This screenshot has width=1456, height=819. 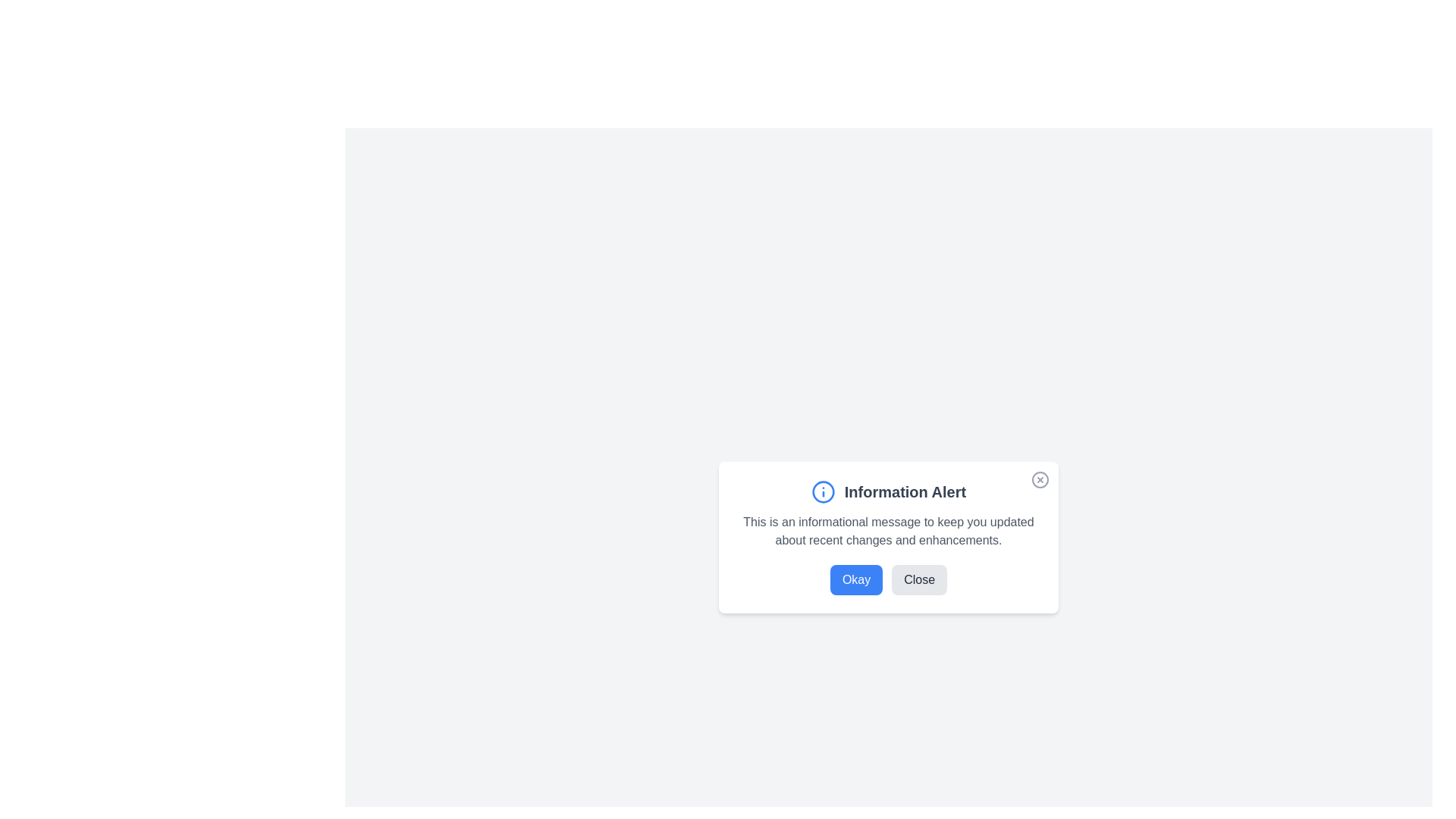 I want to click on the circular button with an 'X' icon at the top-right corner of the alert box, so click(x=1040, y=479).